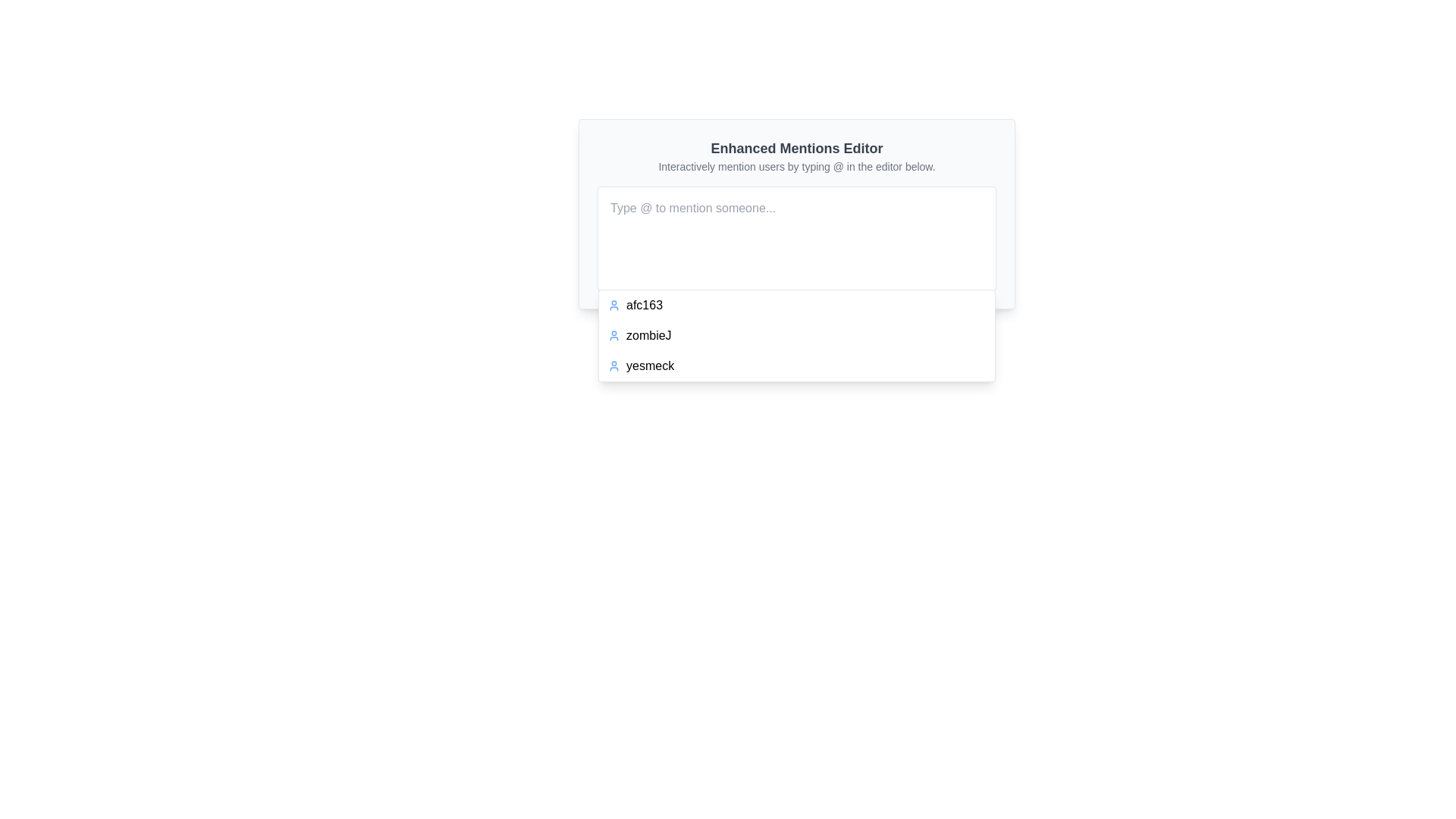 Image resolution: width=1456 pixels, height=819 pixels. I want to click on the blue SVG-based user profile icon located to the left of the text 'afc163' in the user suggestions list, so click(614, 305).